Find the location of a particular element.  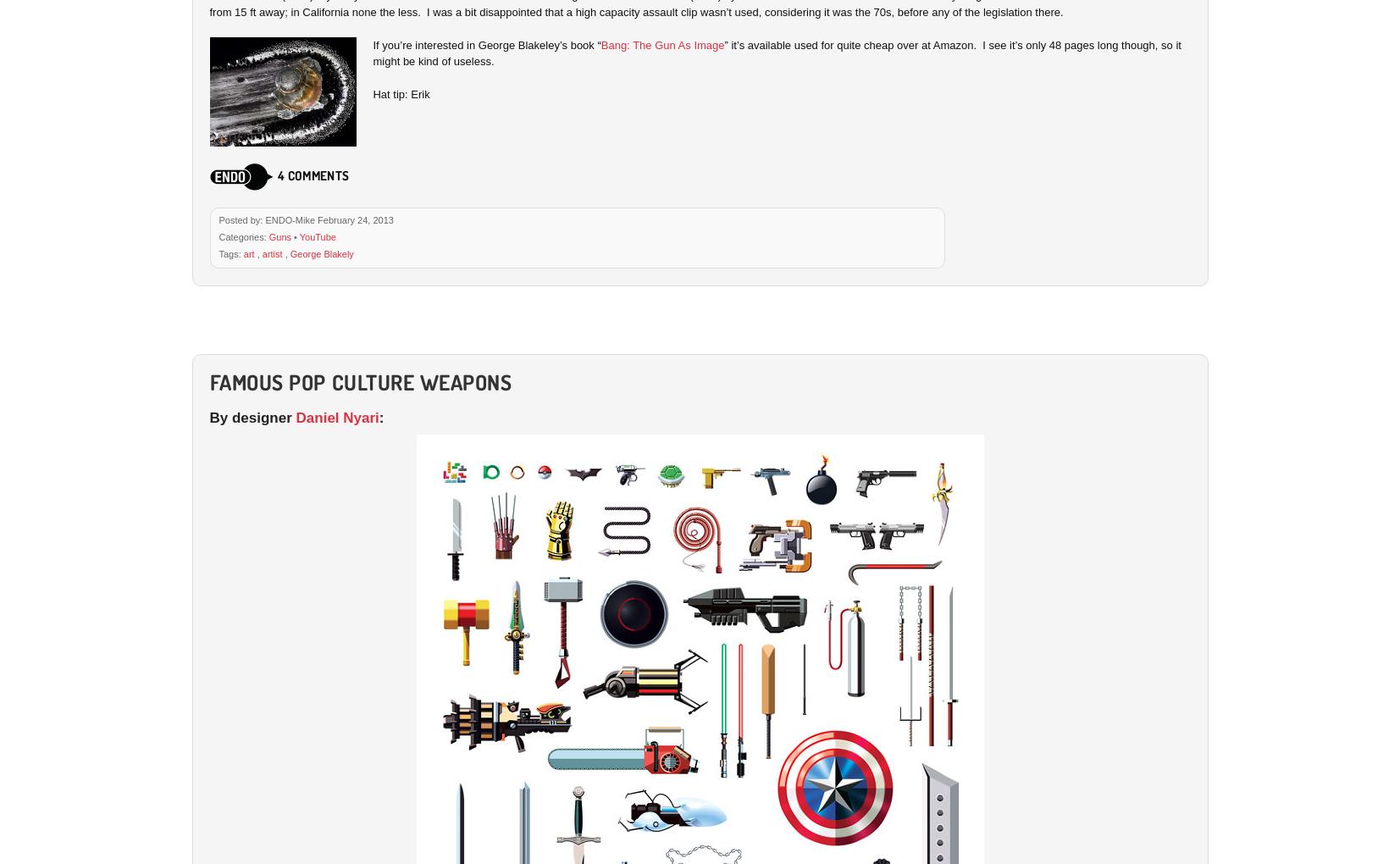

'Posted by: ENDO-Mike February 24, 2013' is located at coordinates (305, 219).